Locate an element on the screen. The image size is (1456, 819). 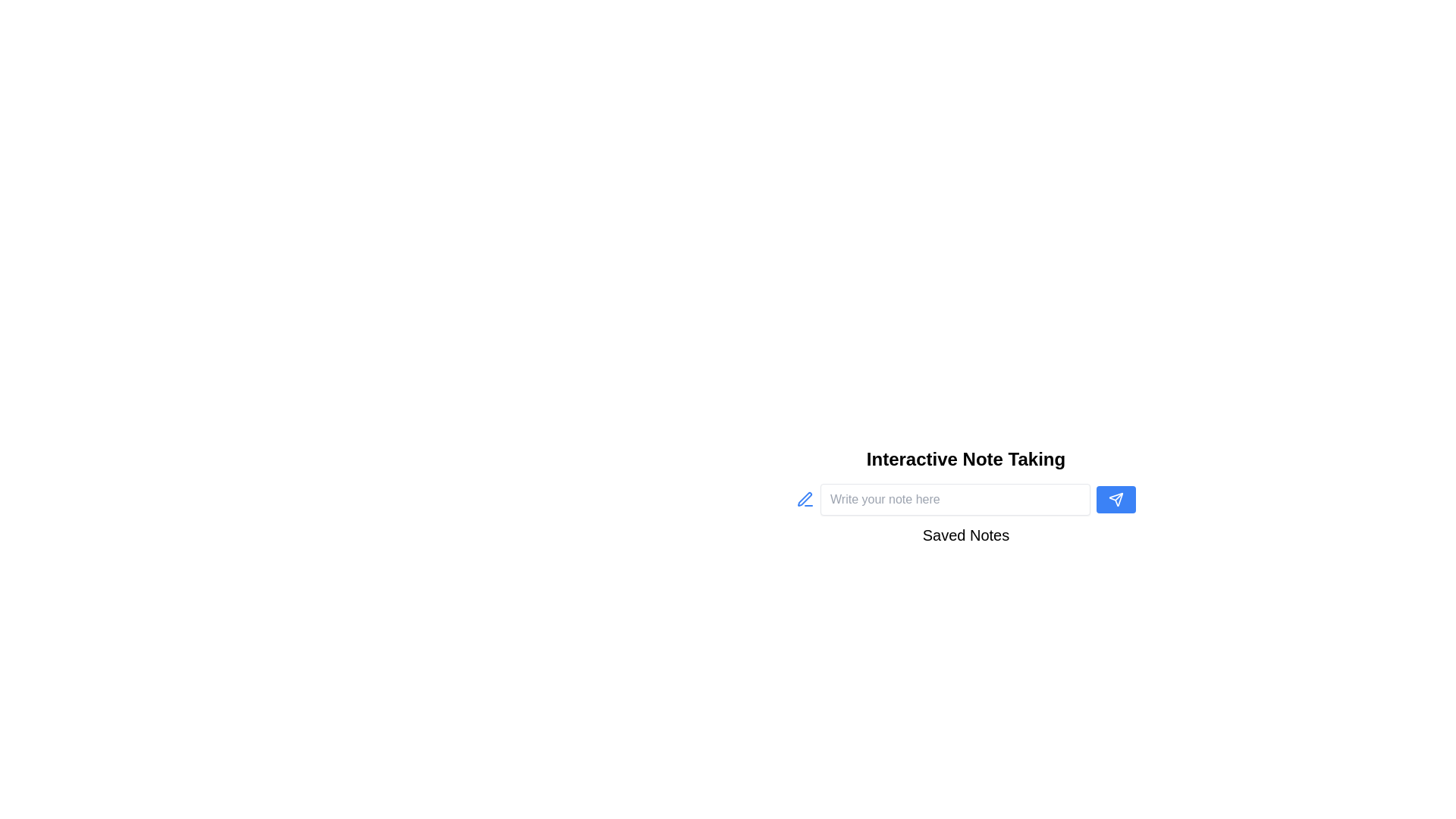
the button in the note-taking interface is located at coordinates (965, 500).